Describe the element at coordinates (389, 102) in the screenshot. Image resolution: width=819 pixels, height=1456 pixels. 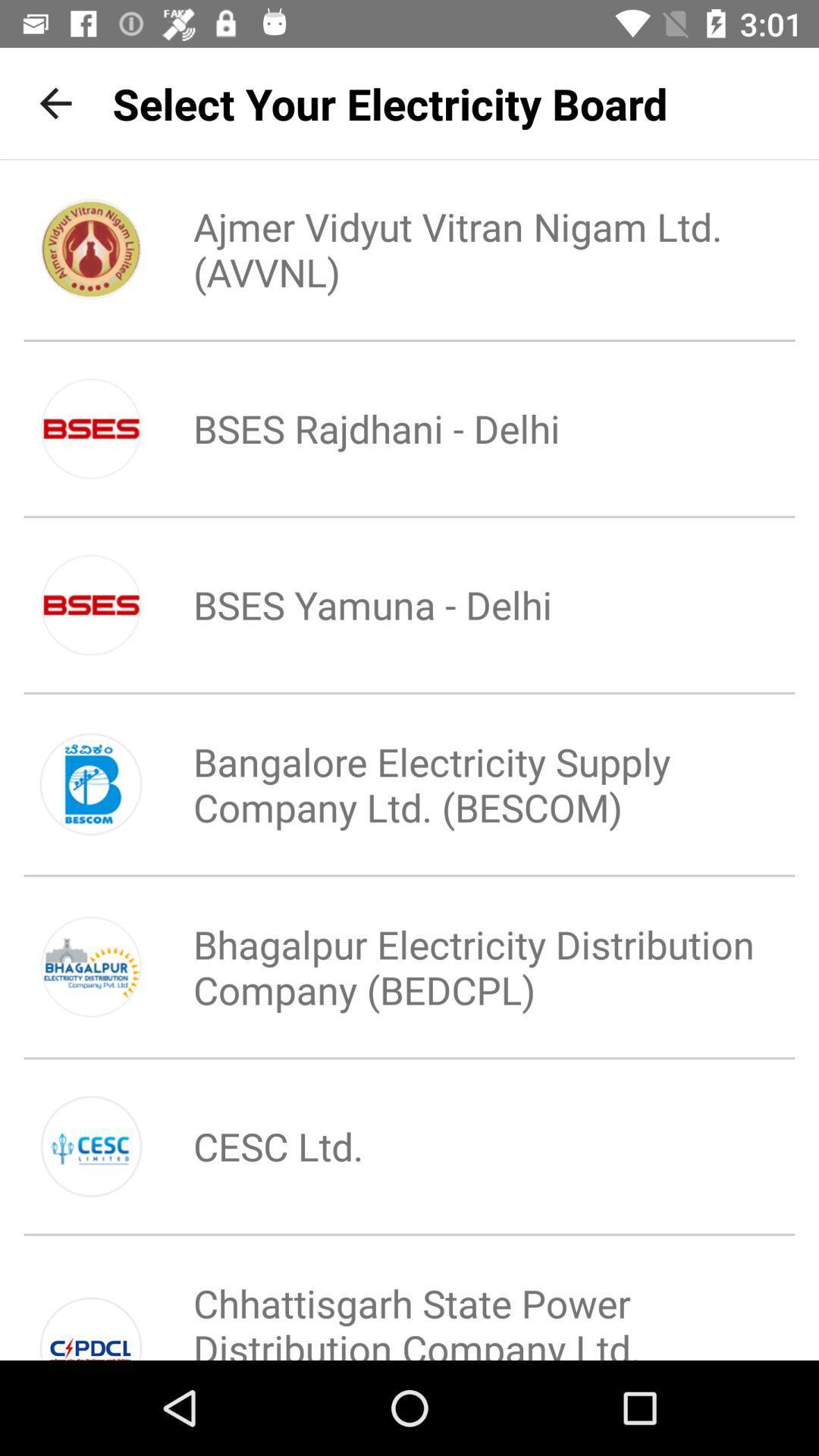
I see `select your electricity item` at that location.